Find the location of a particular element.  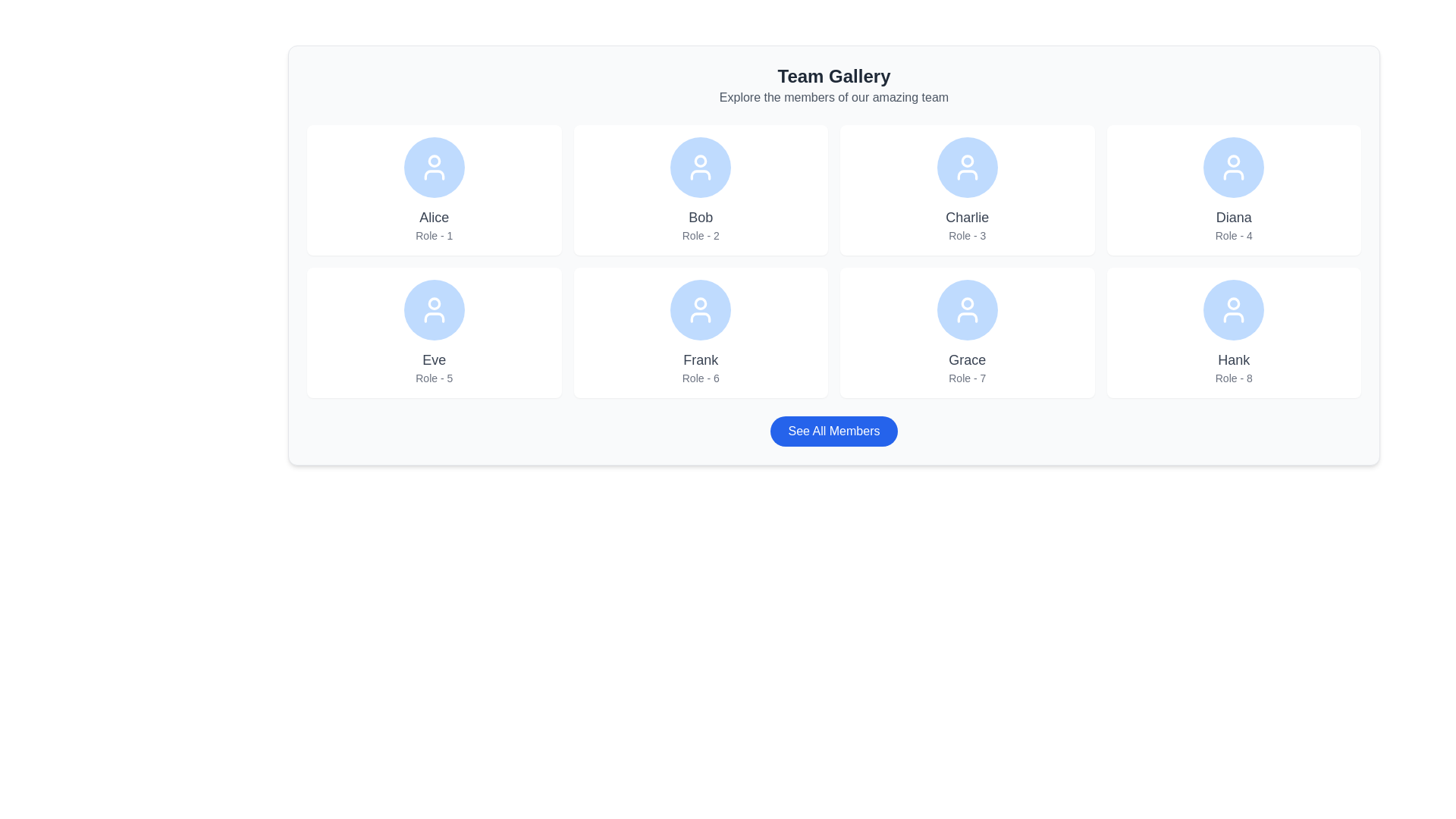

the profile icon representing team member Eve, located in the second row, first column of the team gallery grid is located at coordinates (433, 309).